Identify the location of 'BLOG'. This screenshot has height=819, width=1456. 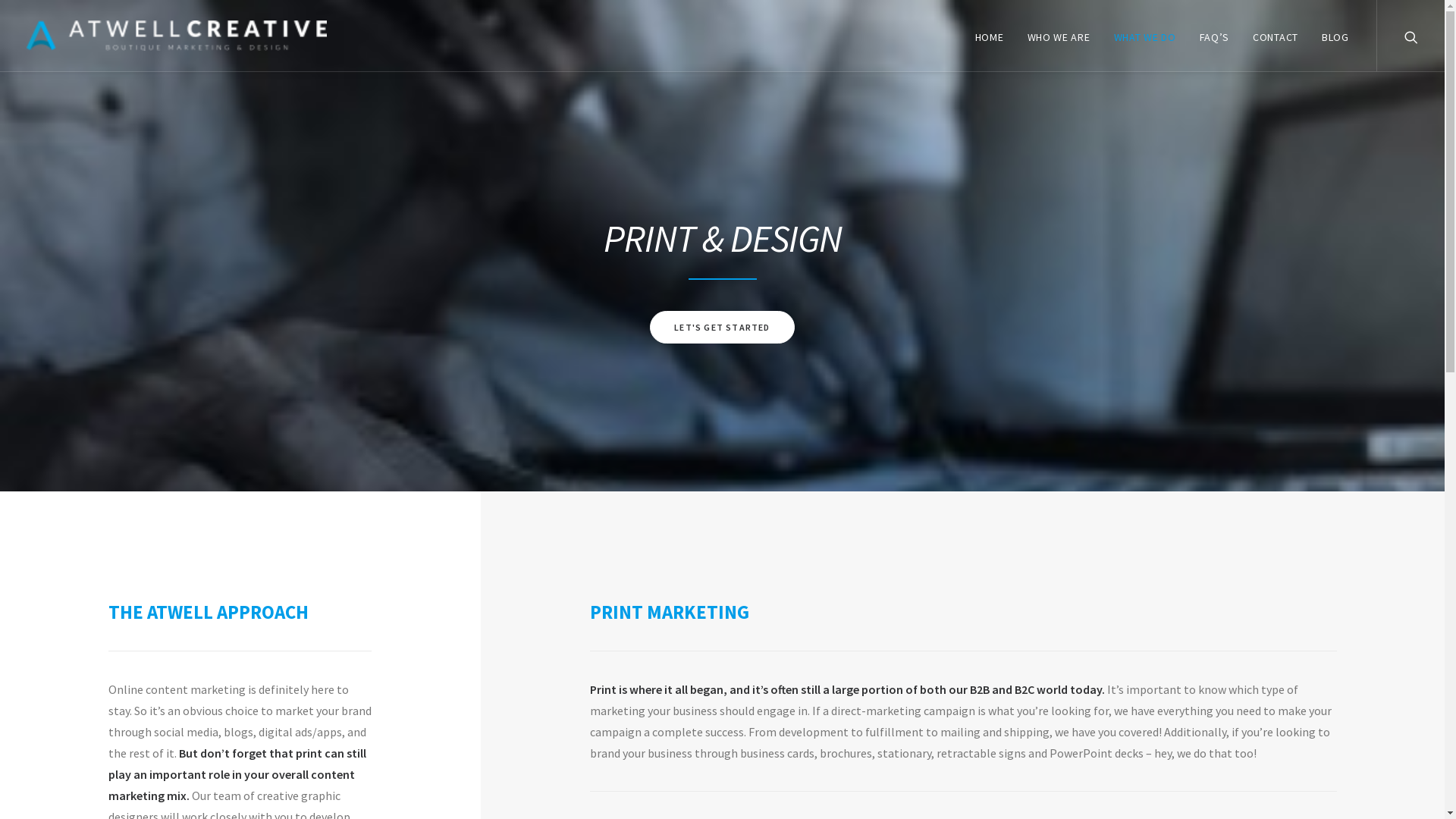
(1310, 34).